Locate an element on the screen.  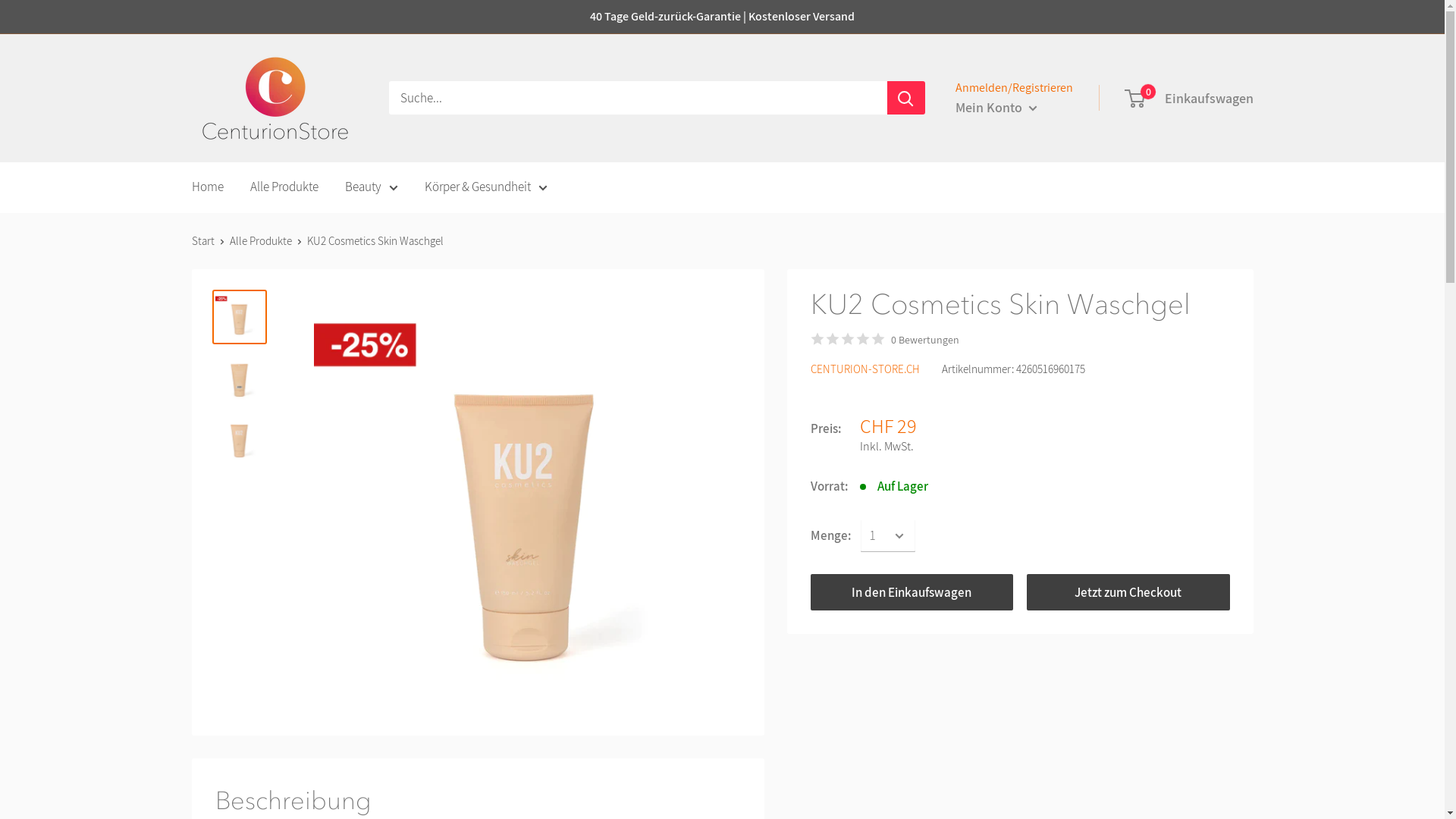
'Start' is located at coordinates (202, 240).